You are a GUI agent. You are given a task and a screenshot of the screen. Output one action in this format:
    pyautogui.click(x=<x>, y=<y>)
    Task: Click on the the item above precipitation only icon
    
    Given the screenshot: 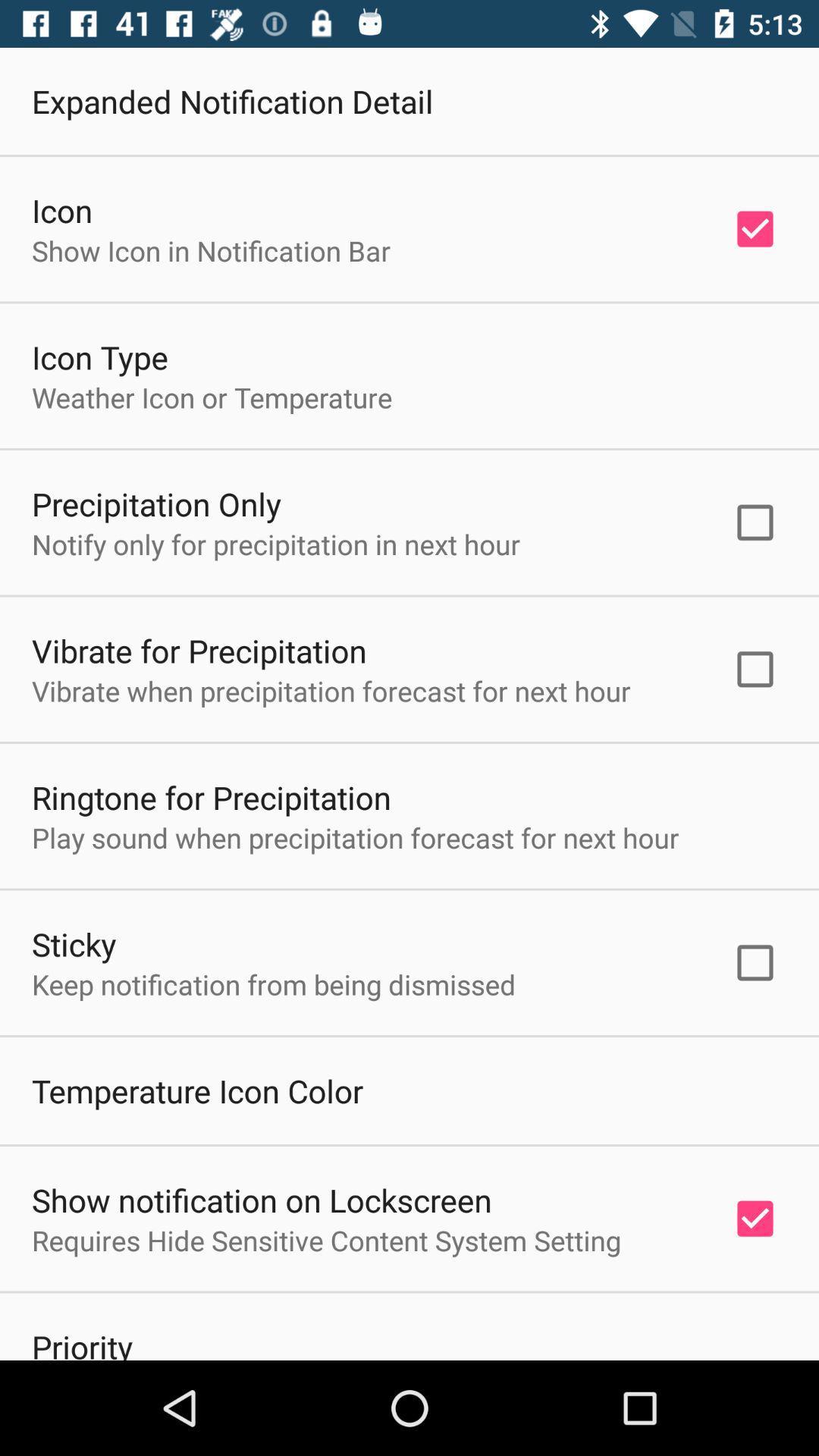 What is the action you would take?
    pyautogui.click(x=212, y=397)
    